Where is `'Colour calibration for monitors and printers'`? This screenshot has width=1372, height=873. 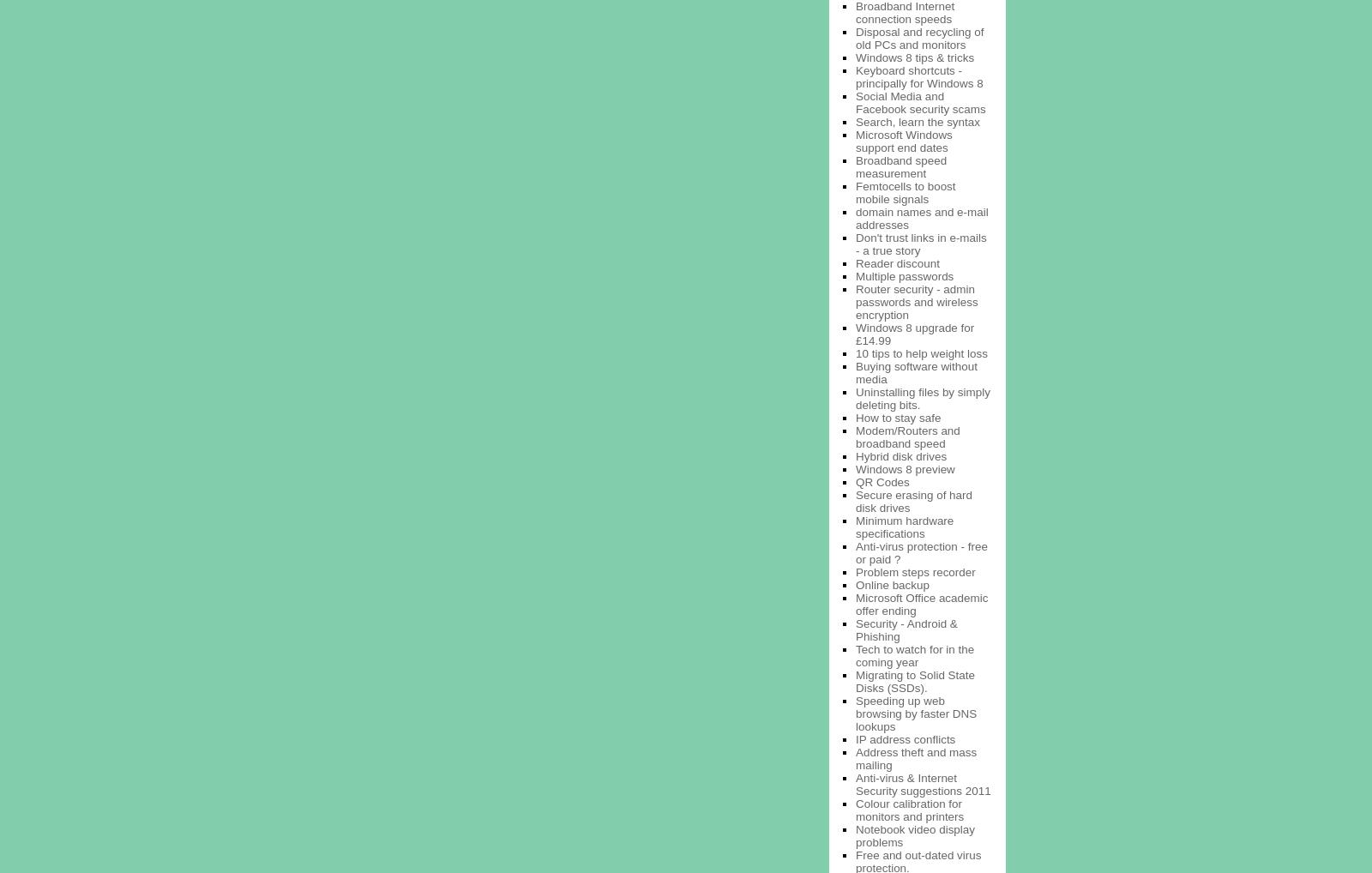
'Colour calibration for monitors and printers' is located at coordinates (909, 808).